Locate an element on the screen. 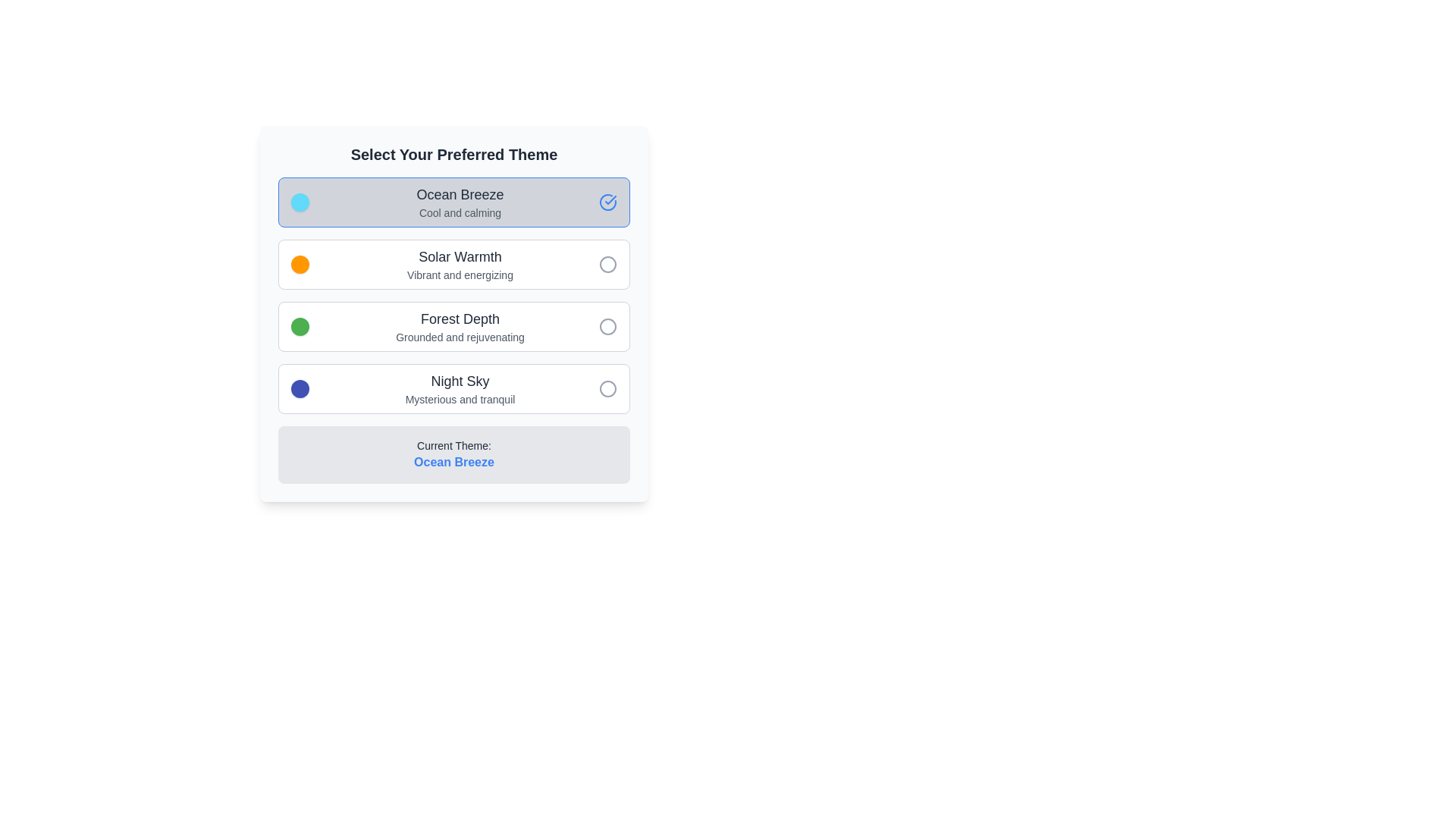  the 'Solar Warmth' text label, which is the second clickable list item in the theme selection component, located below 'Ocean Breeze' is located at coordinates (459, 263).